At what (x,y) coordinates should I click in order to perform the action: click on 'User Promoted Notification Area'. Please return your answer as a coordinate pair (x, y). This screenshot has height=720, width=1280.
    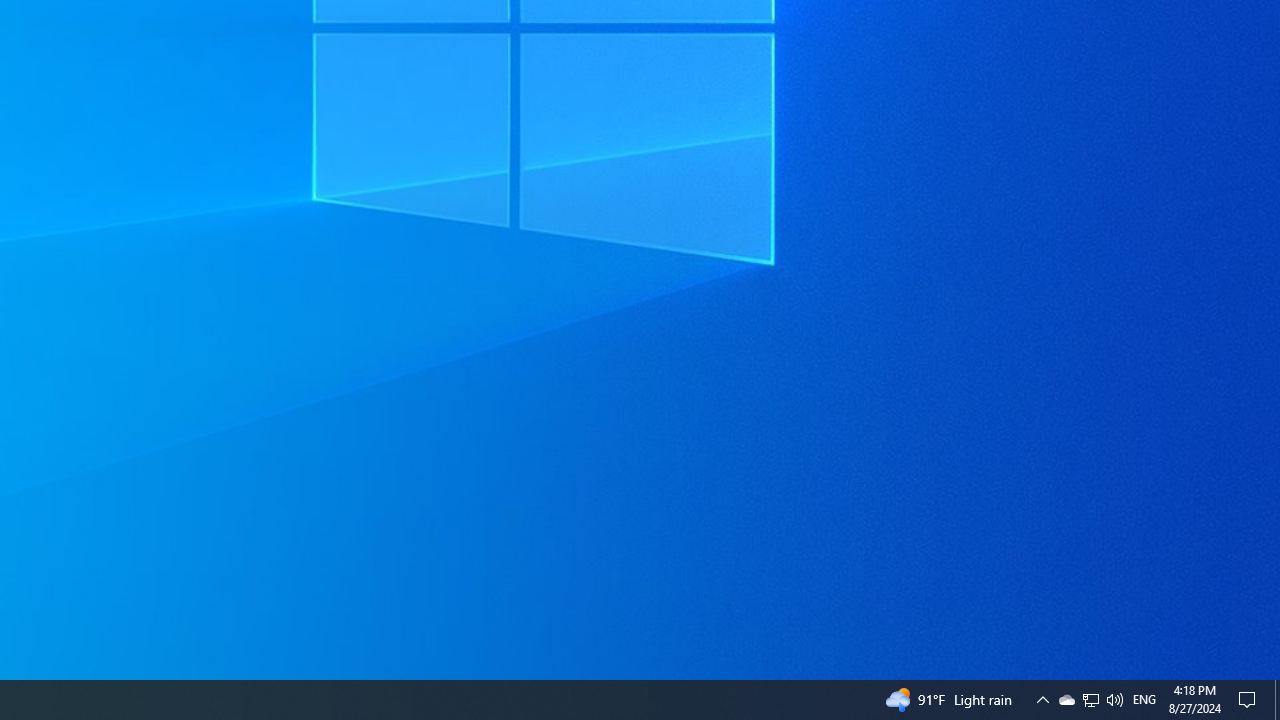
    Looking at the image, I should click on (1089, 698).